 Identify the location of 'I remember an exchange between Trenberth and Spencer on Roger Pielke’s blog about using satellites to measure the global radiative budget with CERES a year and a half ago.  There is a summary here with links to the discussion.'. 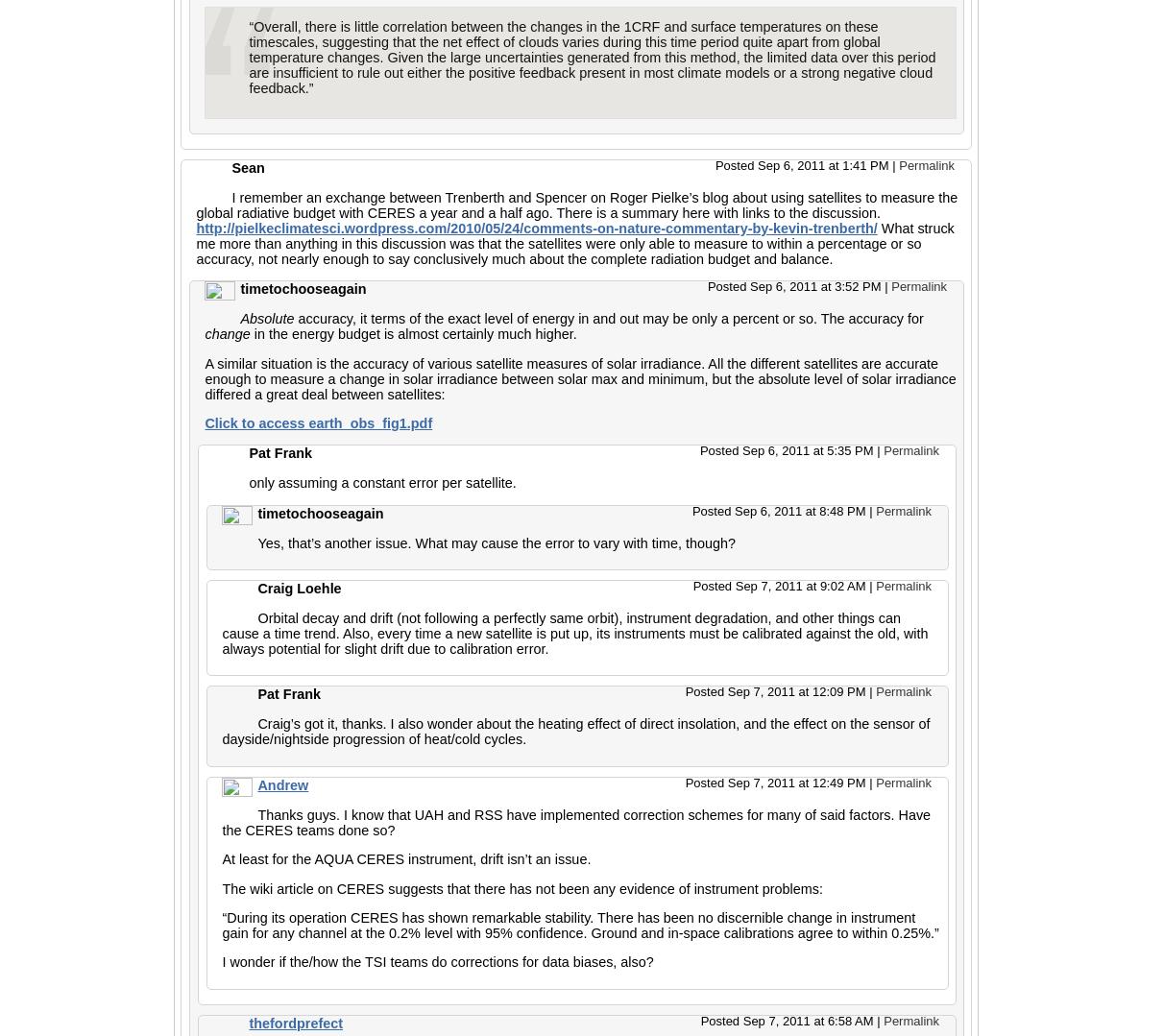
(576, 203).